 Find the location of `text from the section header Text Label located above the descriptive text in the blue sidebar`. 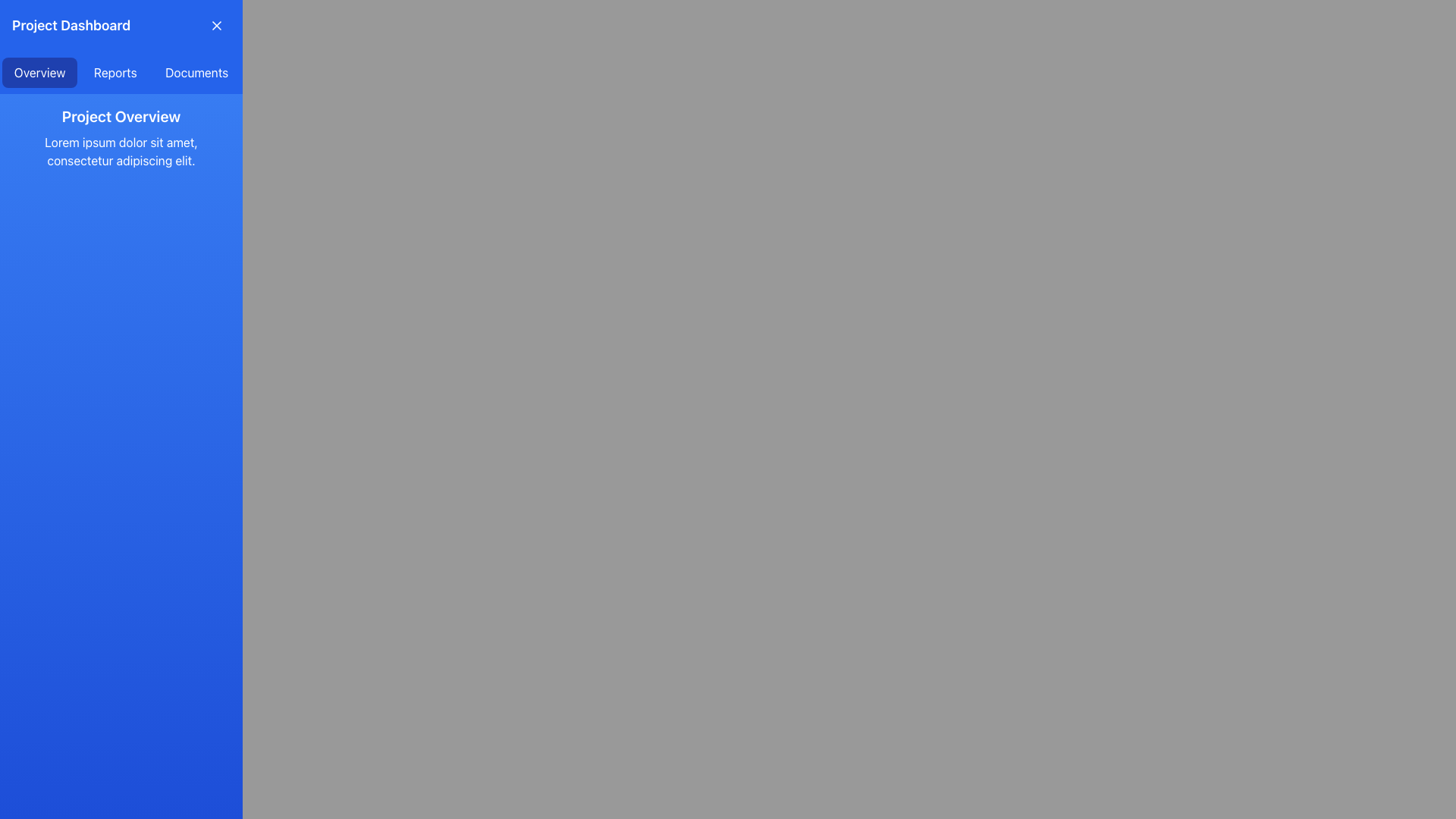

text from the section header Text Label located above the descriptive text in the blue sidebar is located at coordinates (120, 116).